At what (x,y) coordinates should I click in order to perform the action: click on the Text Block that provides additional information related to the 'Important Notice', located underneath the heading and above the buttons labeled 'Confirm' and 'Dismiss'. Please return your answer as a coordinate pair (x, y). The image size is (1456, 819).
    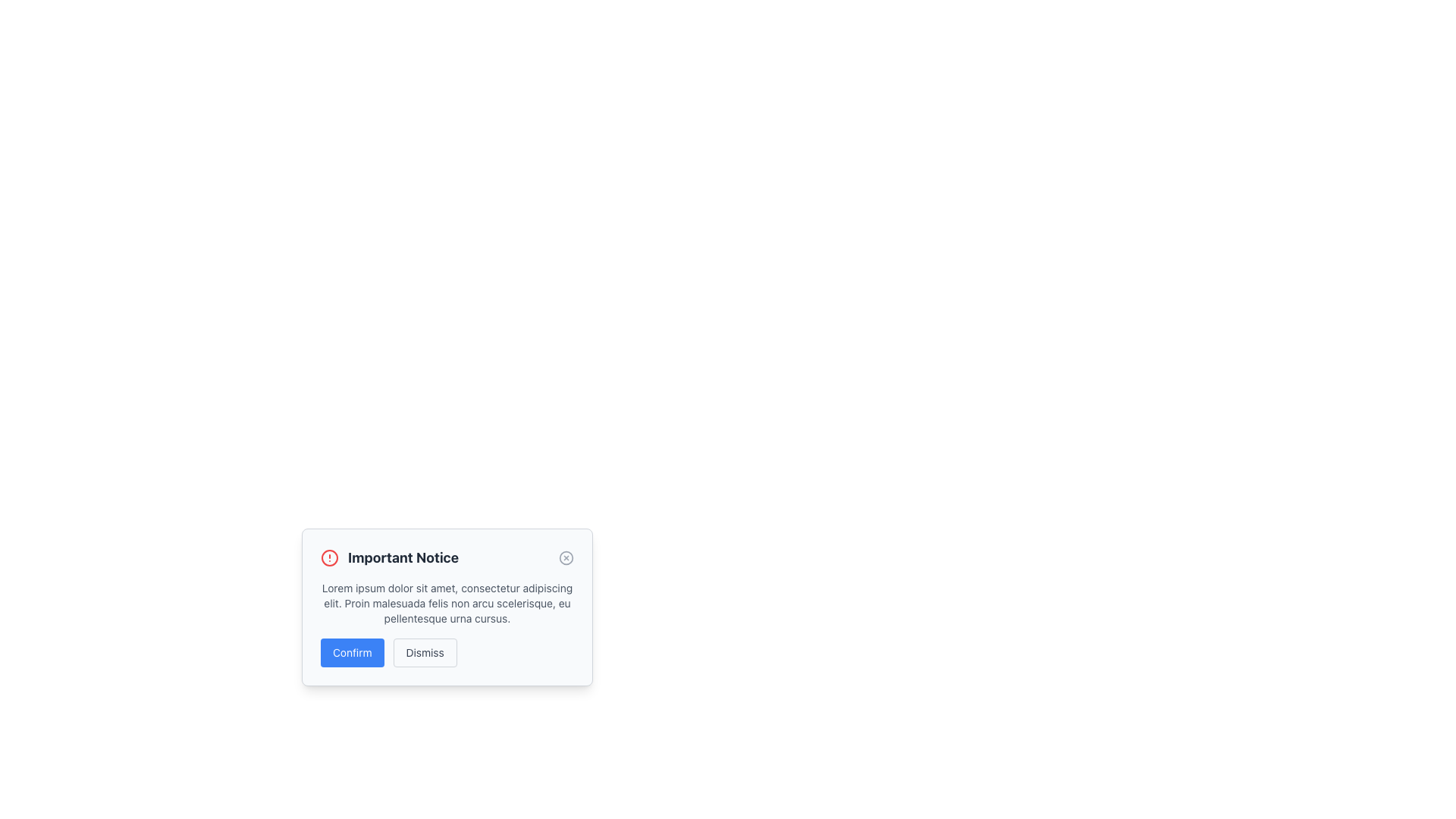
    Looking at the image, I should click on (447, 602).